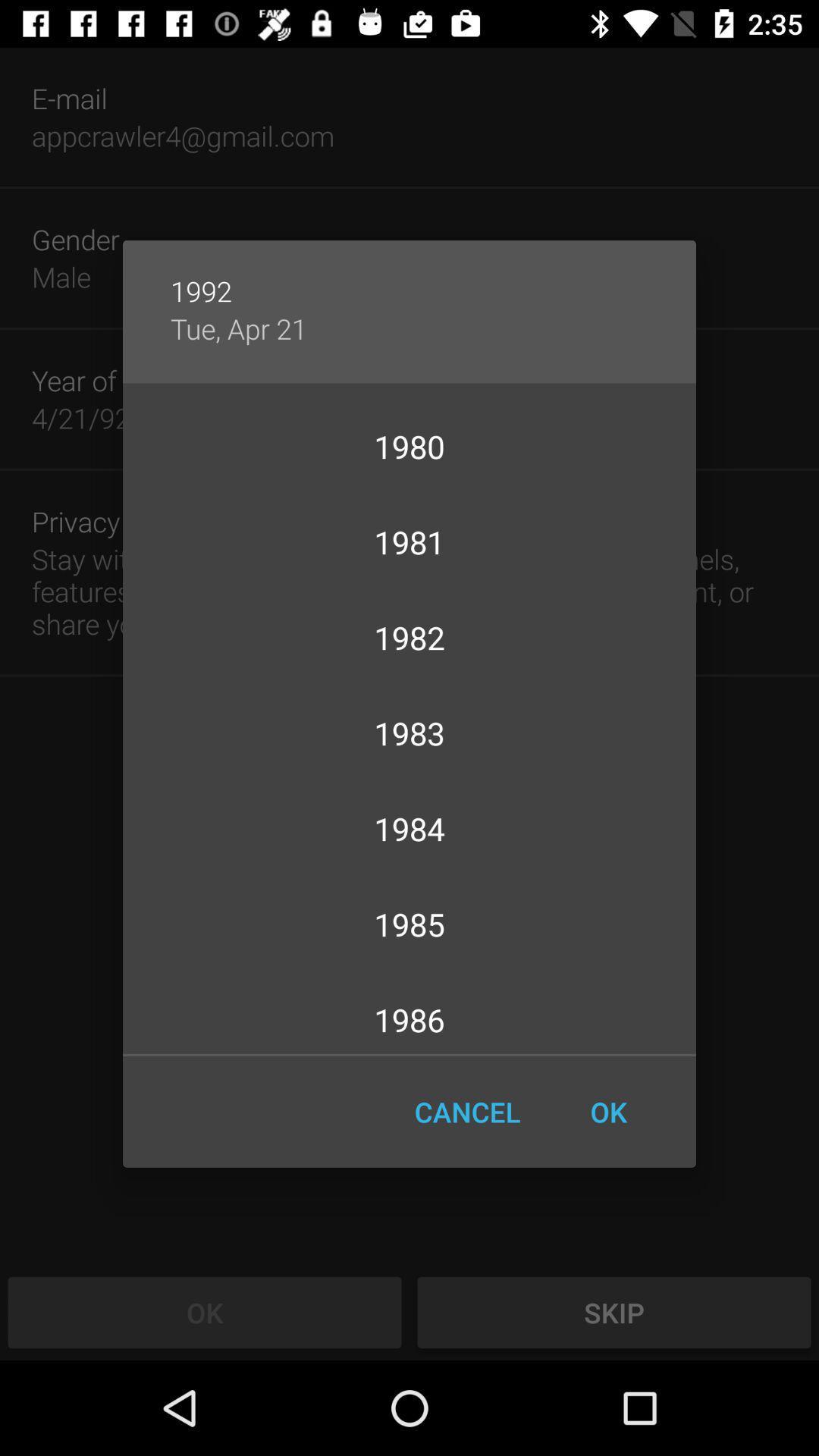 This screenshot has width=819, height=1456. I want to click on the button to the left of the ok button, so click(466, 1112).